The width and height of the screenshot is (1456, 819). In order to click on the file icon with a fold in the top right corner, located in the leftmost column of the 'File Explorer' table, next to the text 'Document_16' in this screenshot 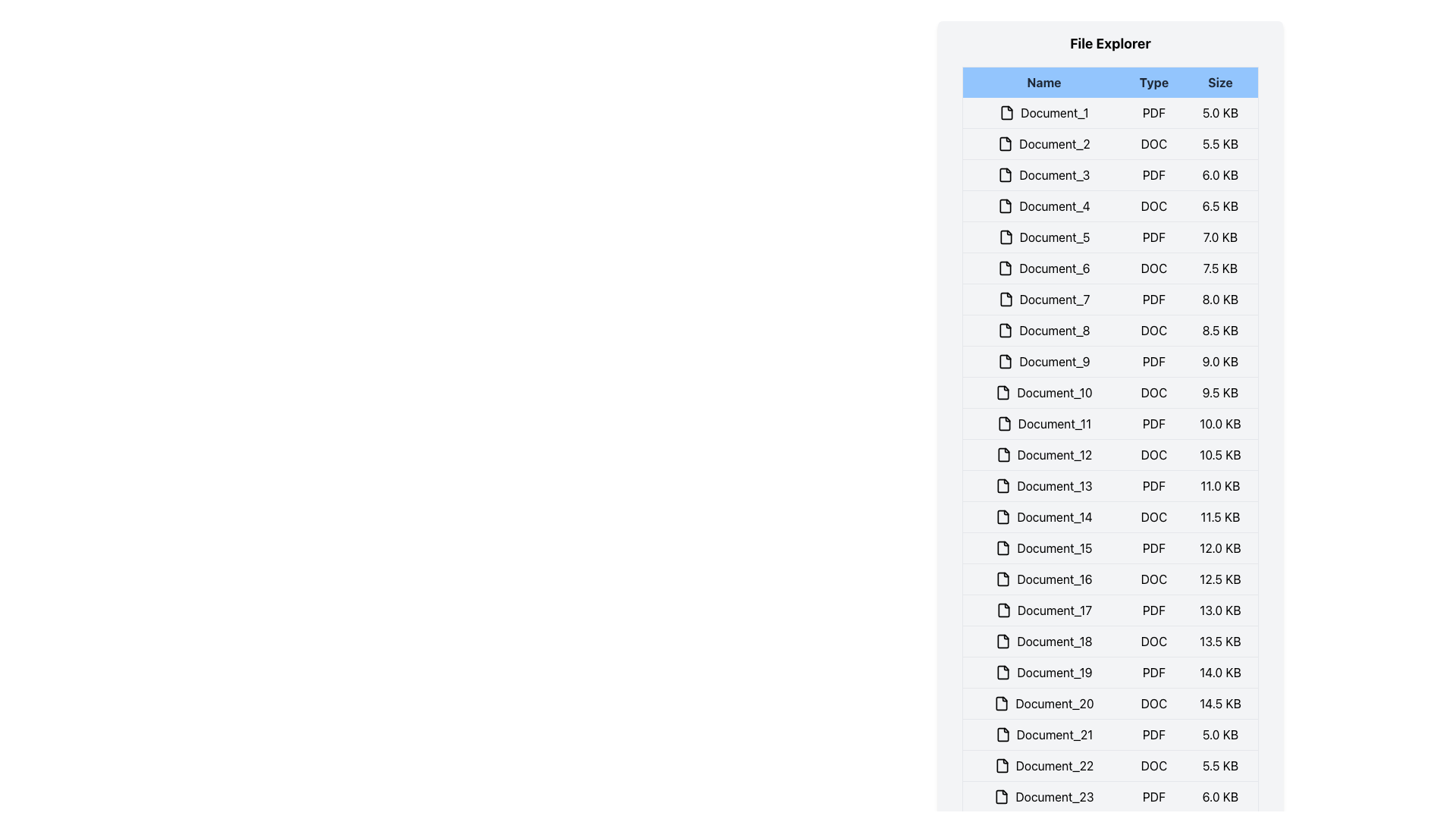, I will do `click(1003, 579)`.